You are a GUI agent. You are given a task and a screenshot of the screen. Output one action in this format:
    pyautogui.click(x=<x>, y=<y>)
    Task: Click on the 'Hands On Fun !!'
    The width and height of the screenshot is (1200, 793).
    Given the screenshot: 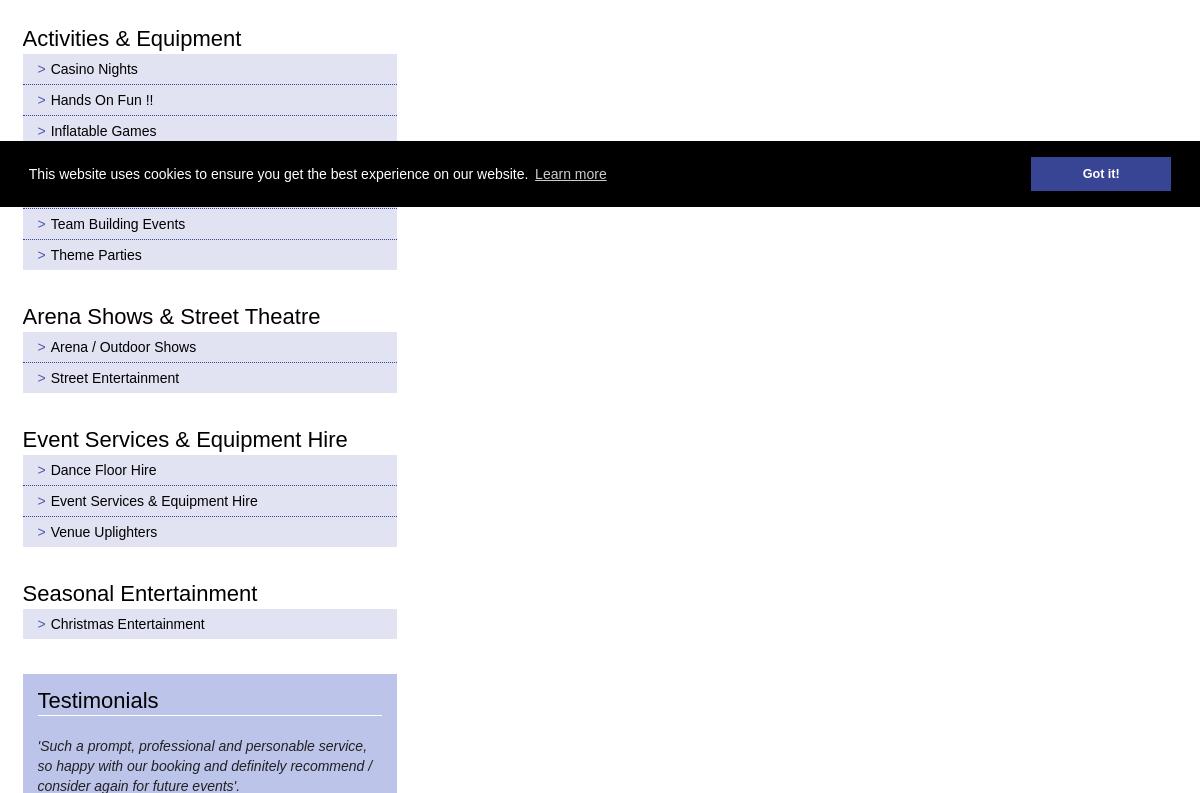 What is the action you would take?
    pyautogui.click(x=50, y=97)
    